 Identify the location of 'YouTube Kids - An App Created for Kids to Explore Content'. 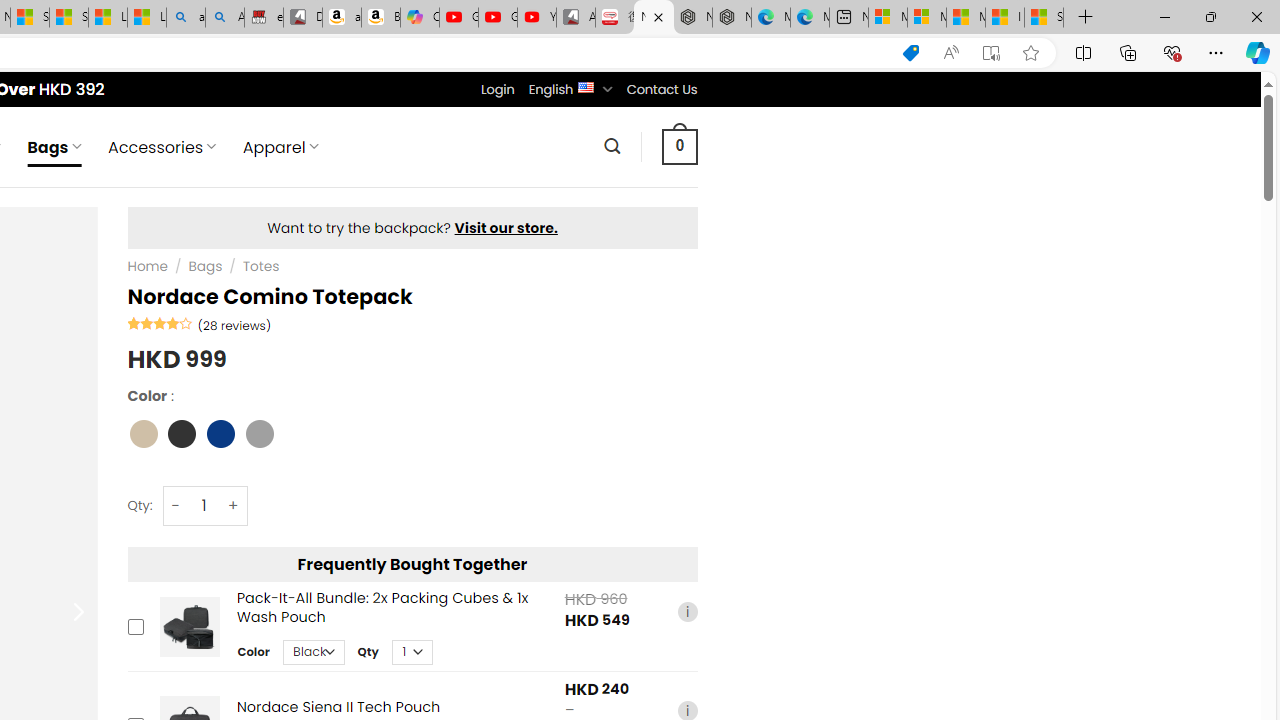
(536, 17).